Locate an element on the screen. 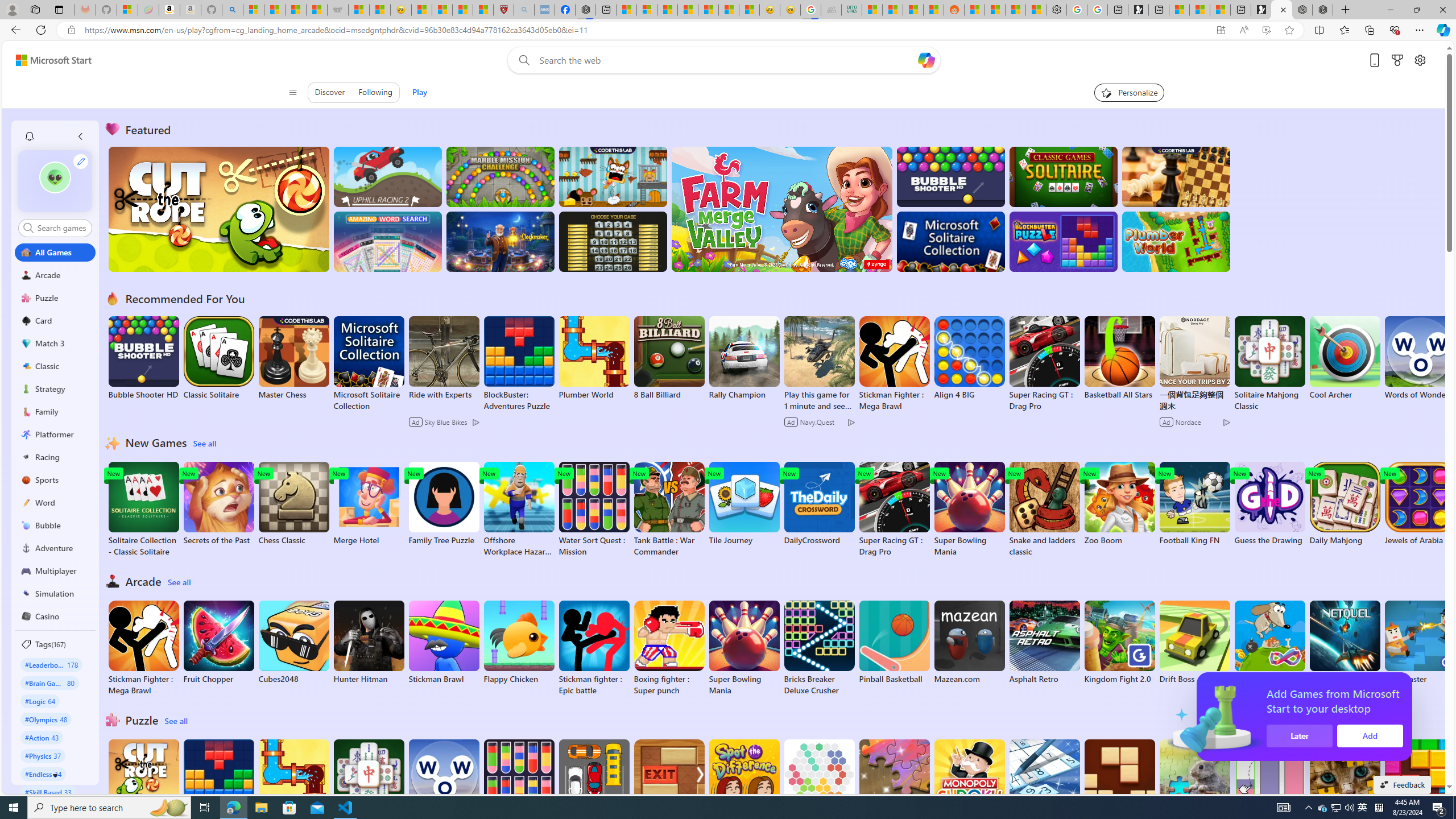 The image size is (1456, 819). 'Squicky' is located at coordinates (612, 176).